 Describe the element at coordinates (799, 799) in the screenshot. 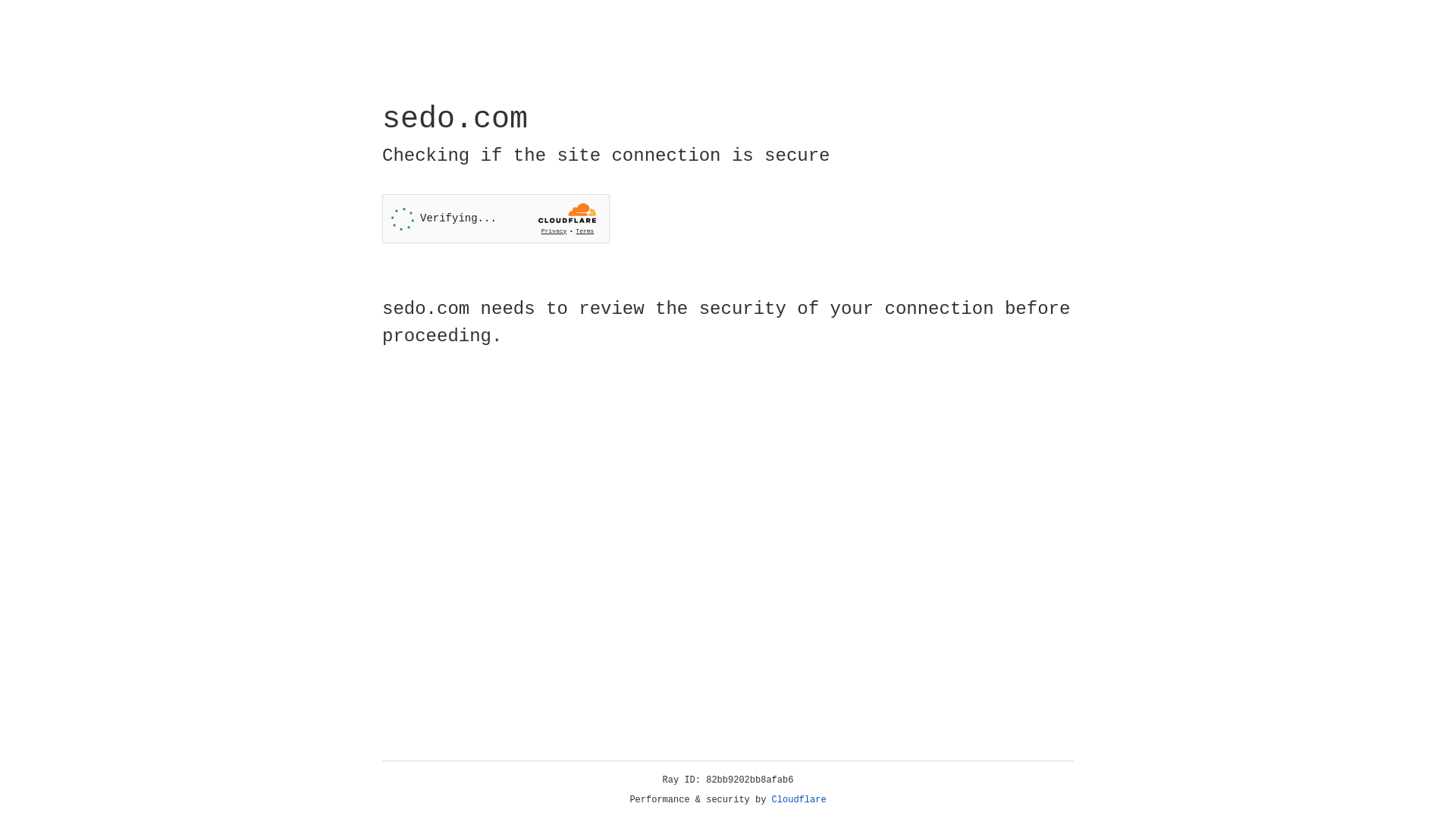

I see `'Cloudflare'` at that location.